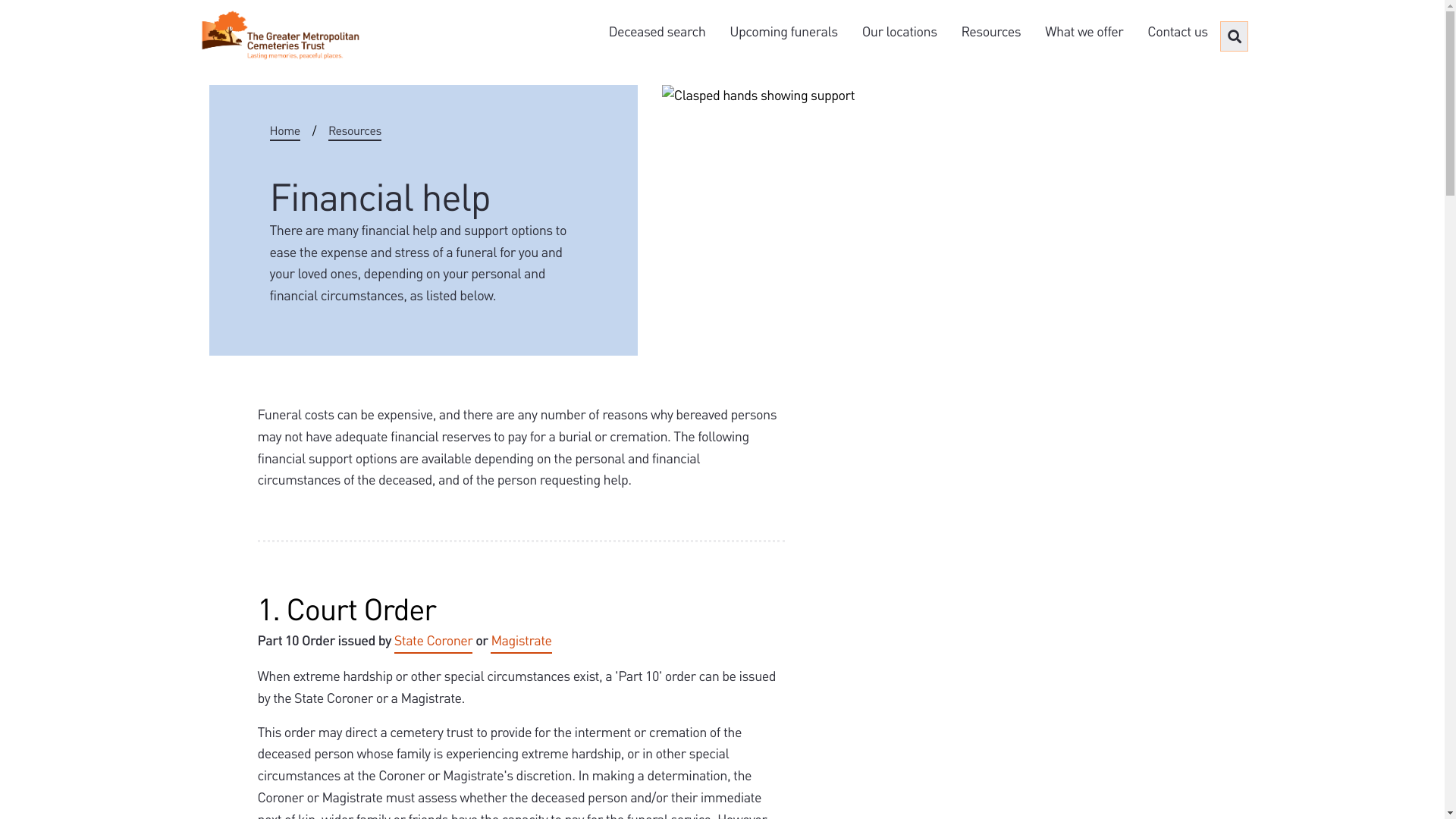 The width and height of the screenshot is (1456, 819). What do you see at coordinates (432, 642) in the screenshot?
I see `'State Coroner'` at bounding box center [432, 642].